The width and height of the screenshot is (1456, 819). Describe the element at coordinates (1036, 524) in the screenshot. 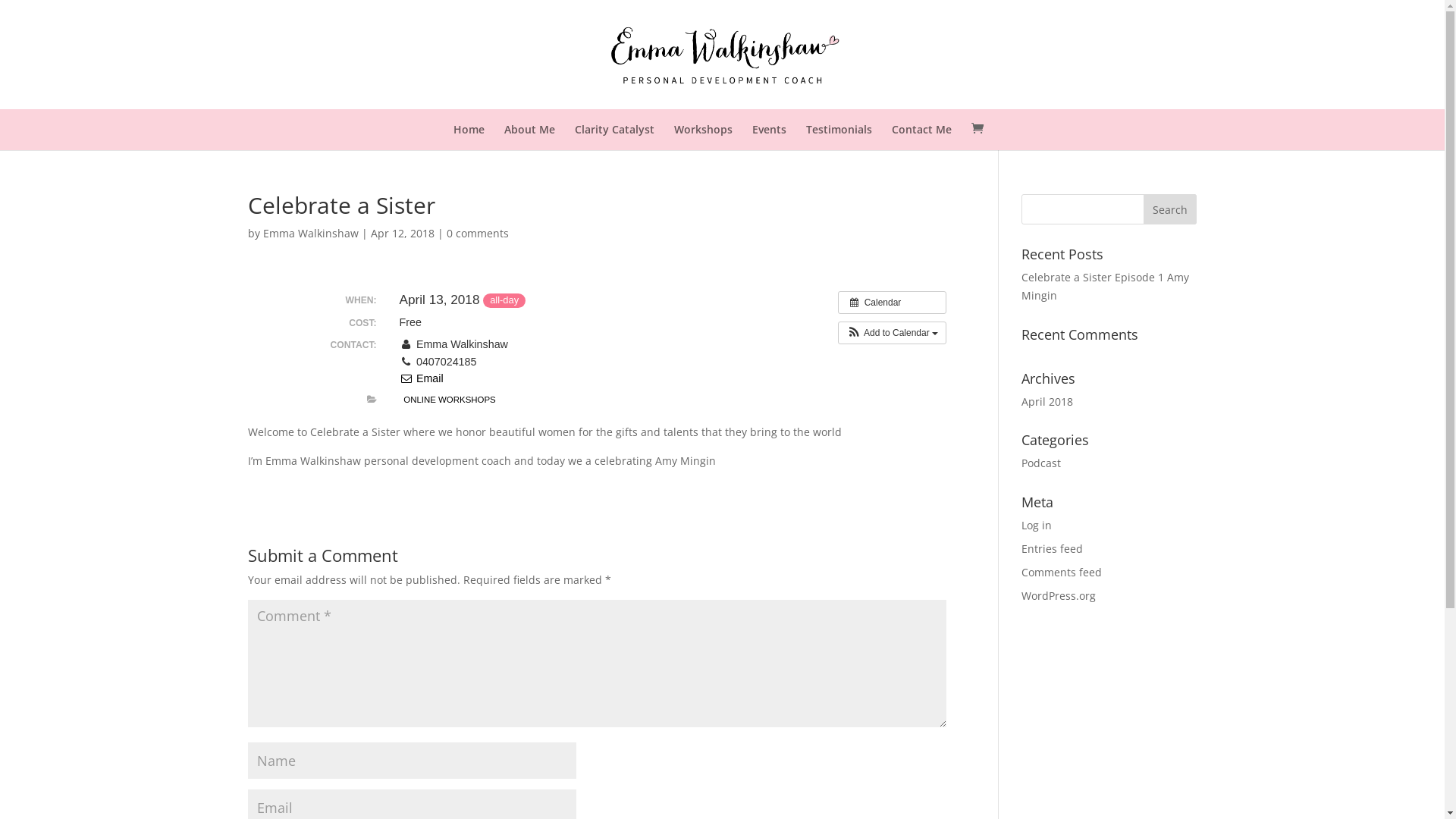

I see `'Log in'` at that location.